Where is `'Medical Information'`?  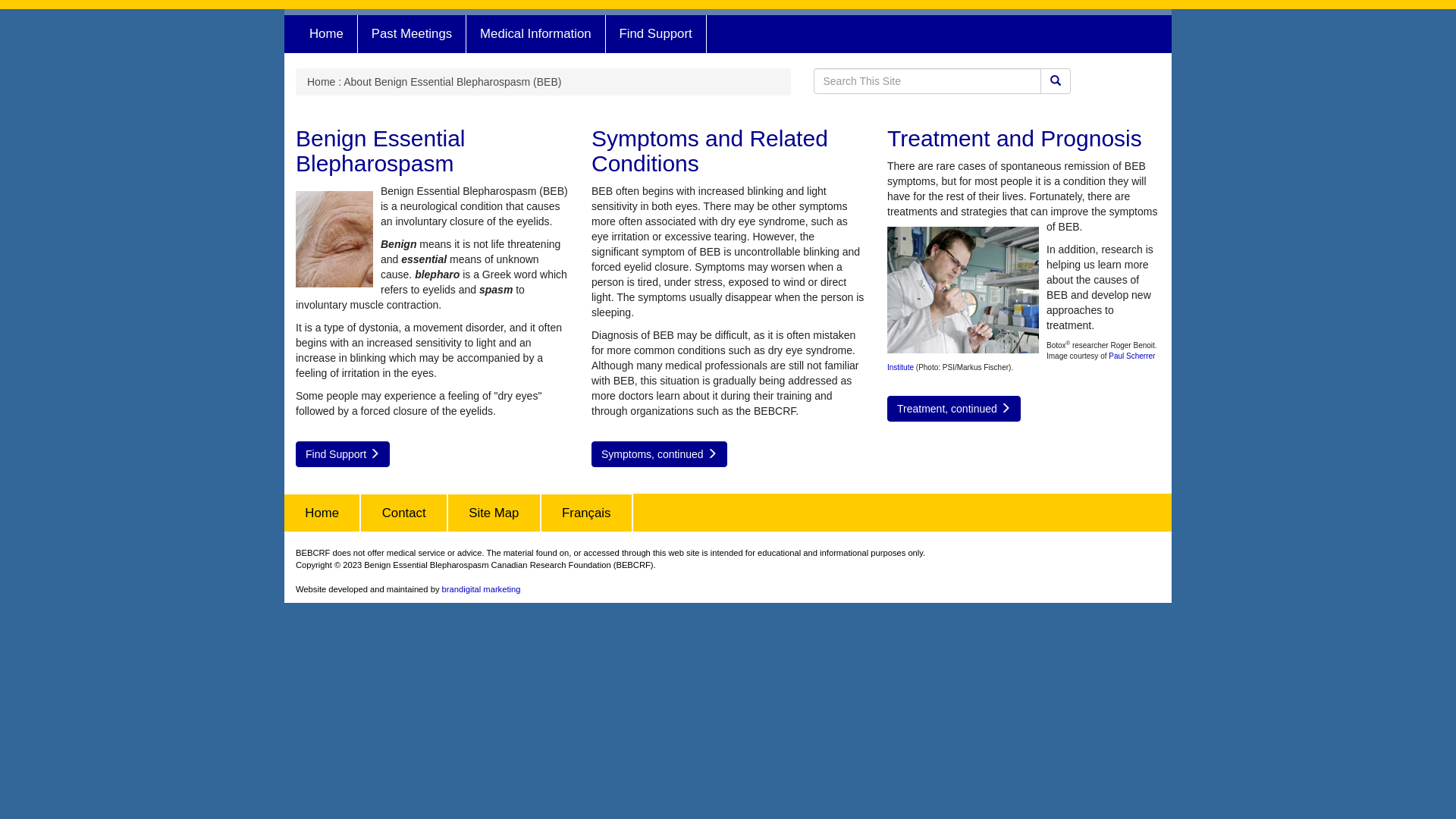 'Medical Information' is located at coordinates (535, 34).